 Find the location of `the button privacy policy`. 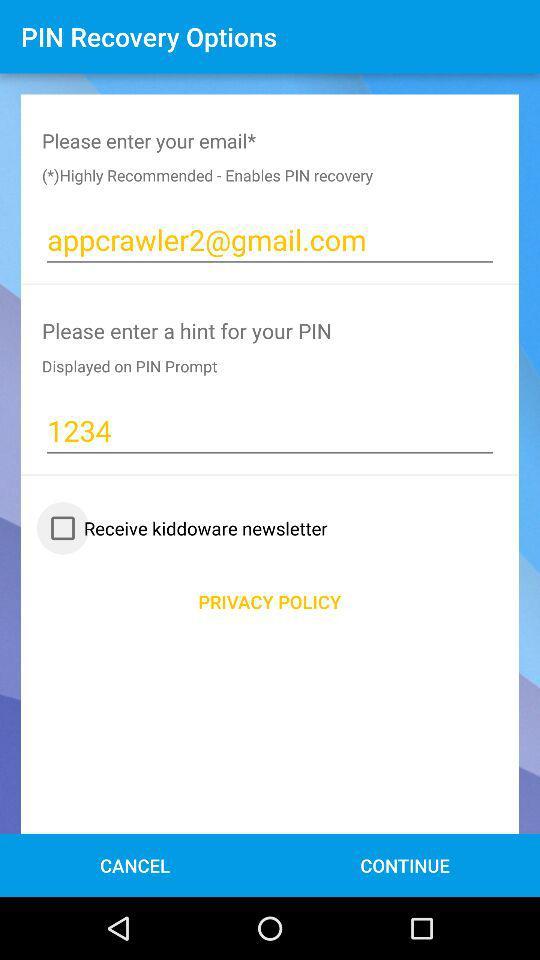

the button privacy policy is located at coordinates (270, 600).